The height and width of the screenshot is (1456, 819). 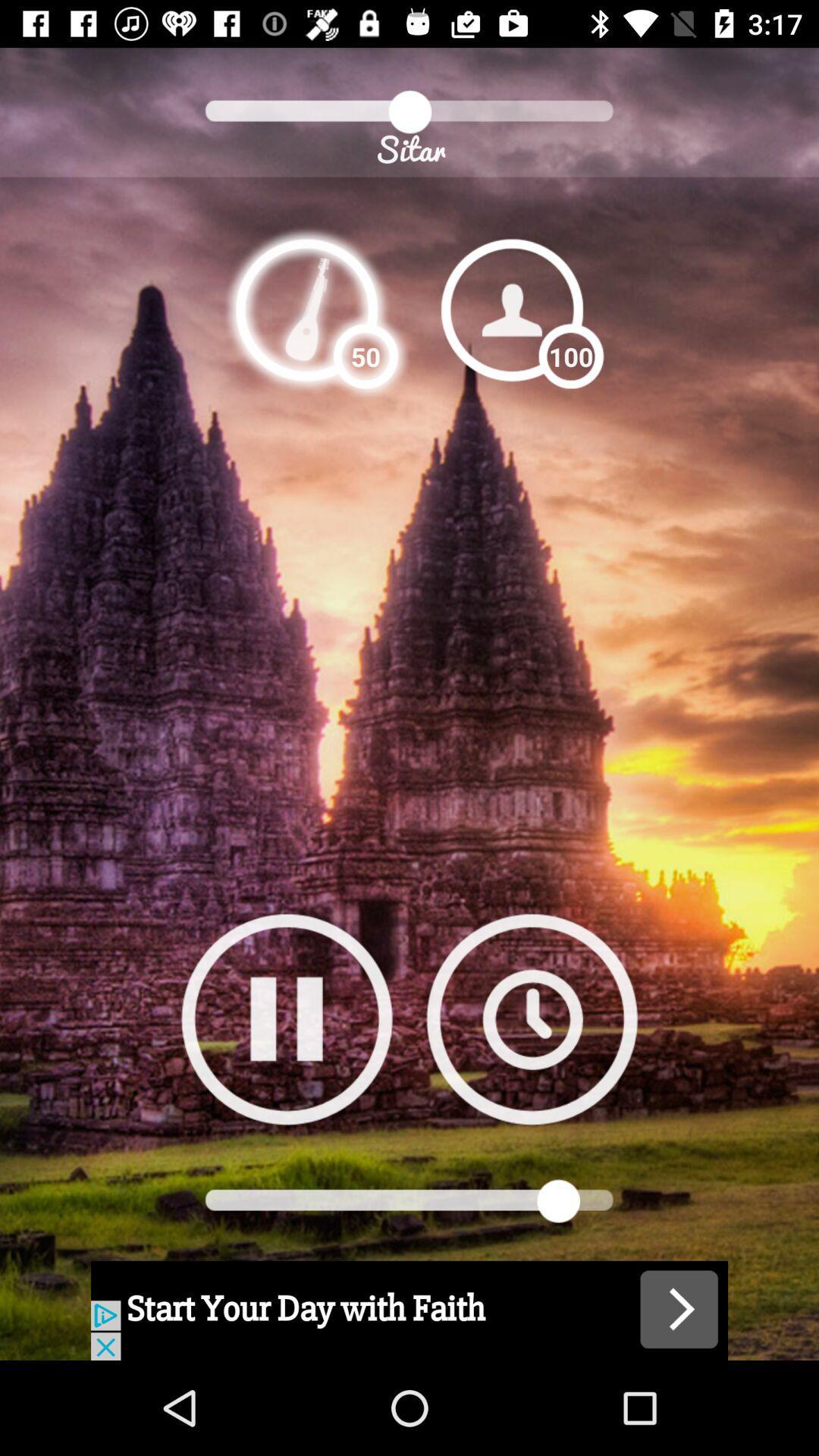 I want to click on element volume control, so click(x=306, y=309).